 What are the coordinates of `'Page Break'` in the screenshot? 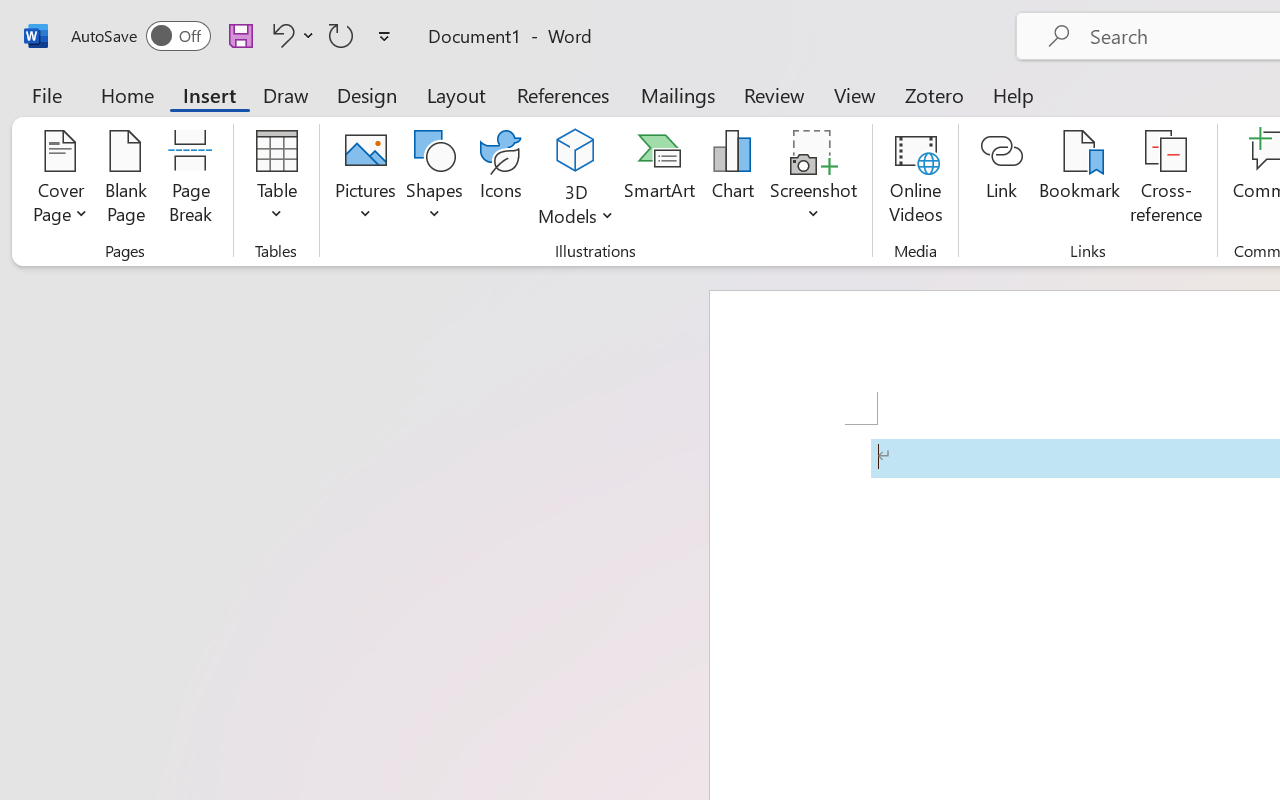 It's located at (190, 179).